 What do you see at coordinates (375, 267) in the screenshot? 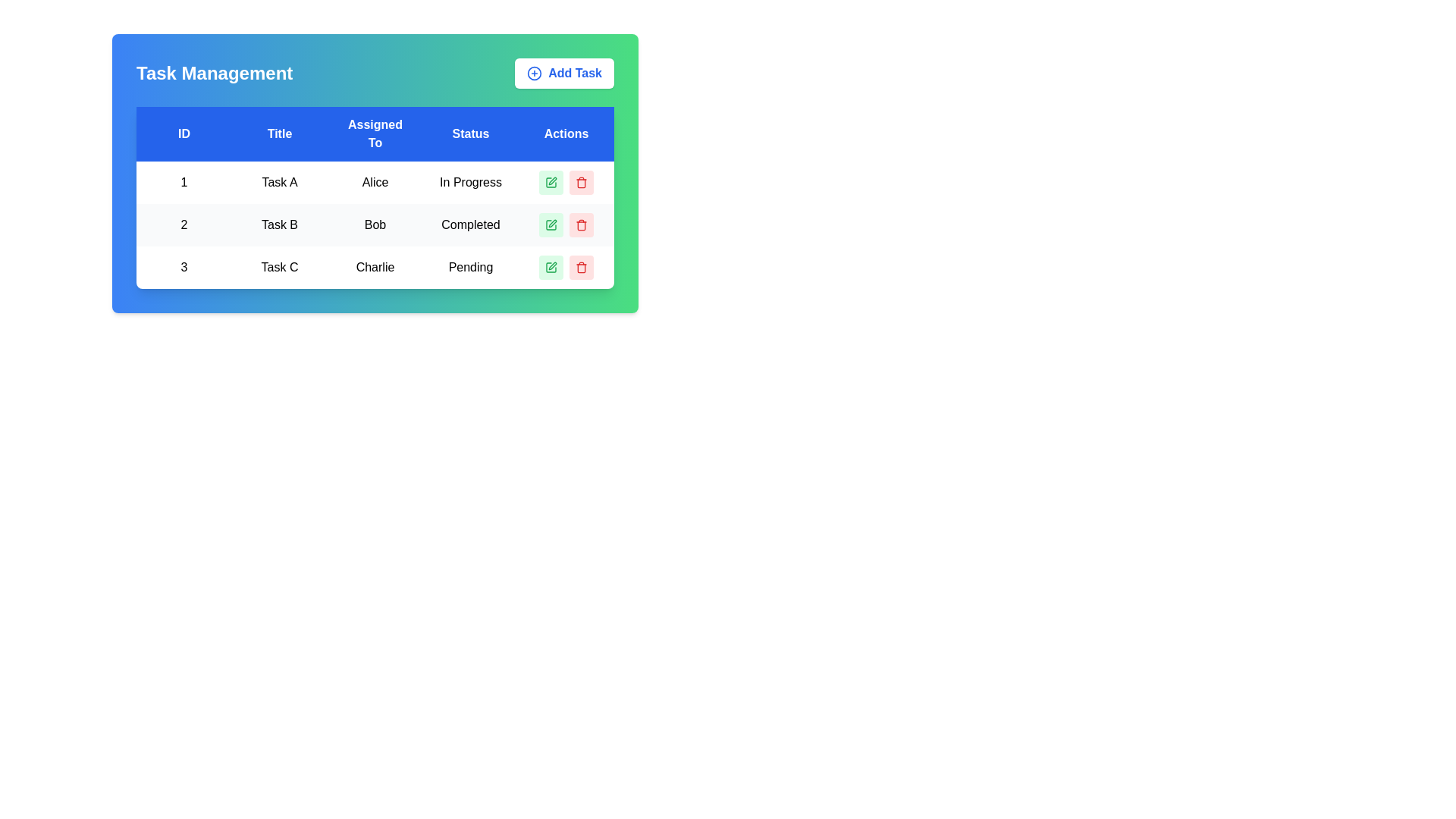
I see `the static text label 'Charlie' in the third row under the 'Assigned To' column, which indicates the person assigned to the task` at bounding box center [375, 267].